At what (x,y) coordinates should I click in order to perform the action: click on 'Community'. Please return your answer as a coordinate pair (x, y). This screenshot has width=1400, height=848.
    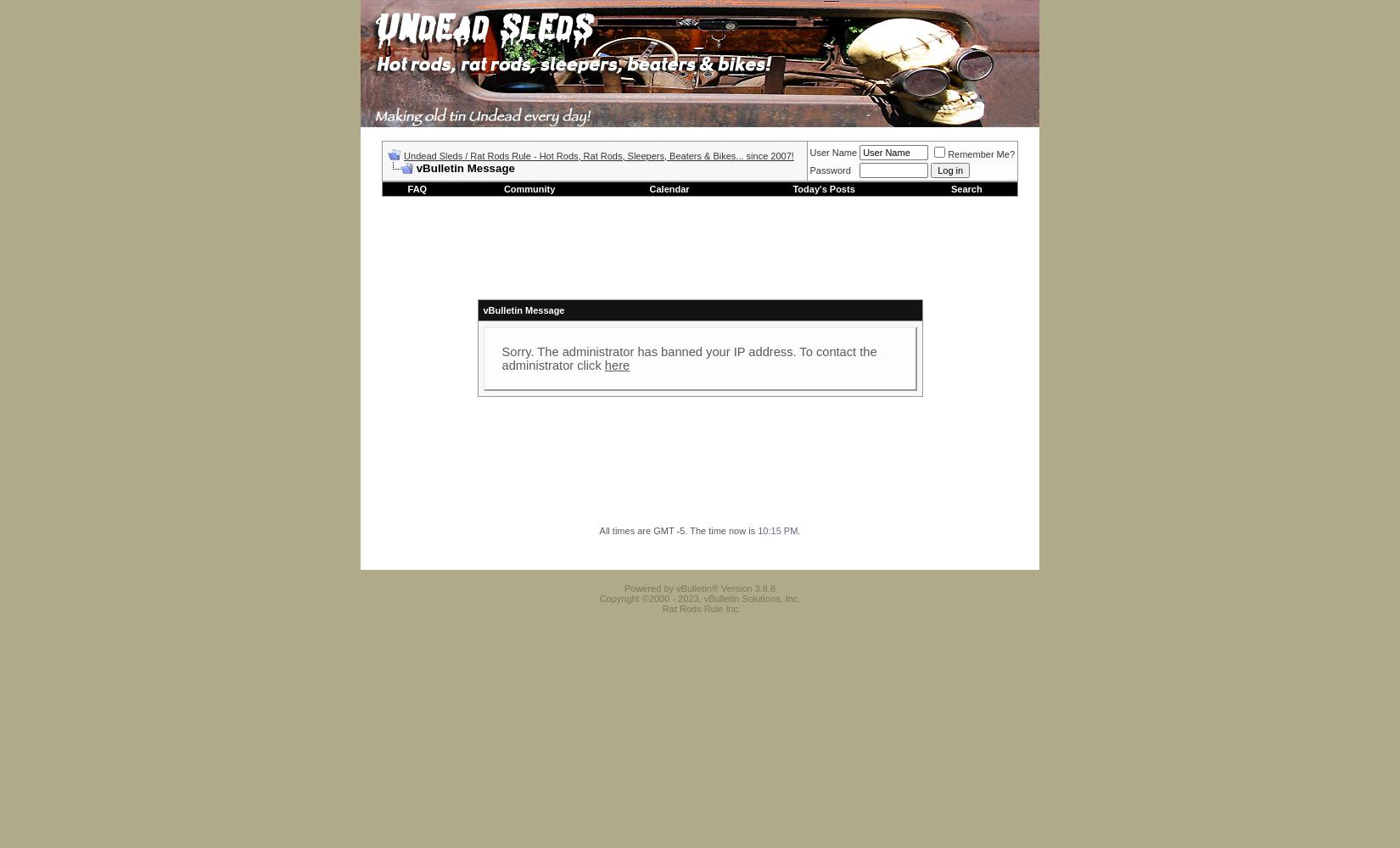
    Looking at the image, I should click on (528, 188).